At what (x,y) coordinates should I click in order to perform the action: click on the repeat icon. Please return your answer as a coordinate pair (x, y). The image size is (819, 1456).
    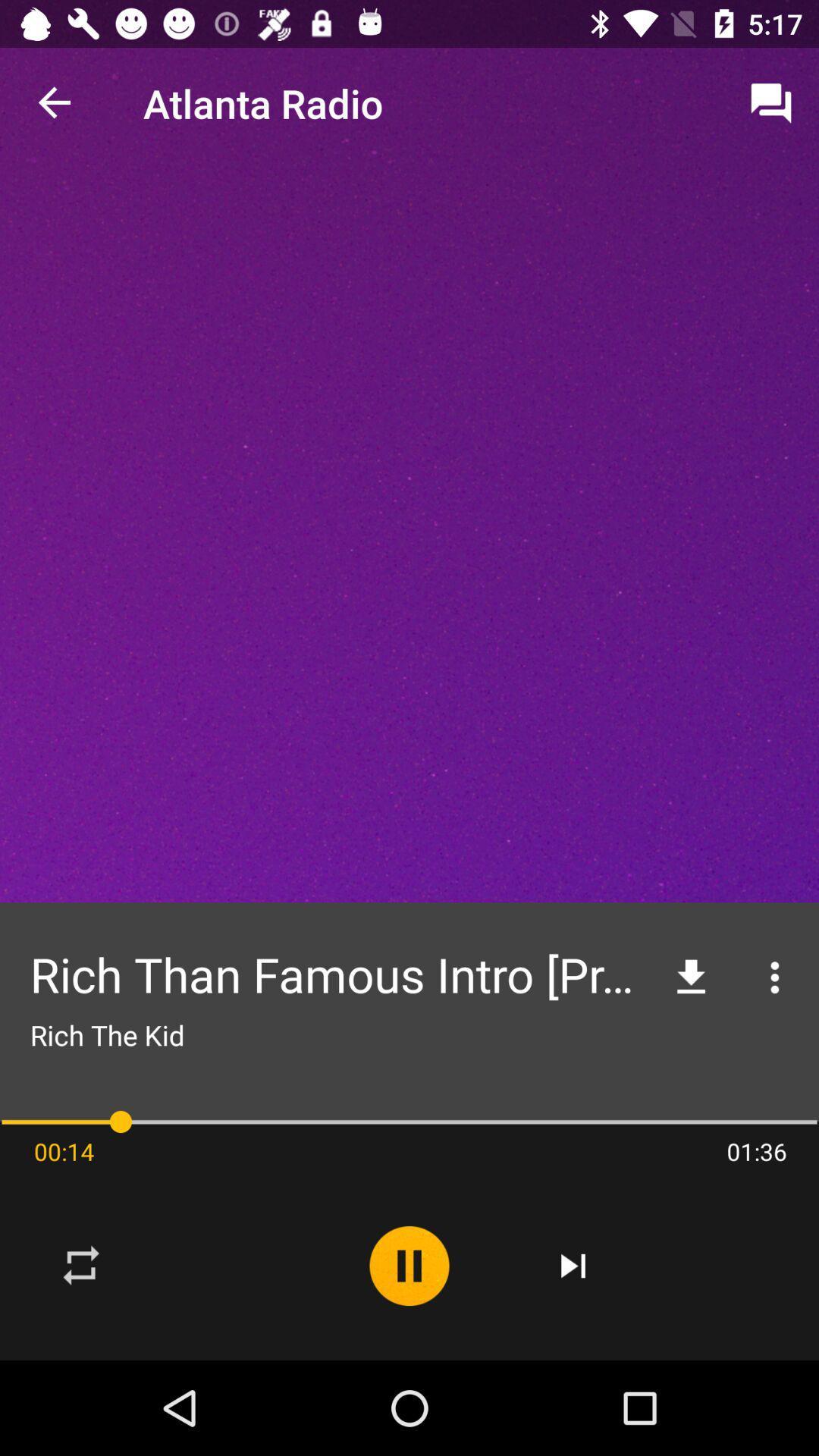
    Looking at the image, I should click on (82, 1266).